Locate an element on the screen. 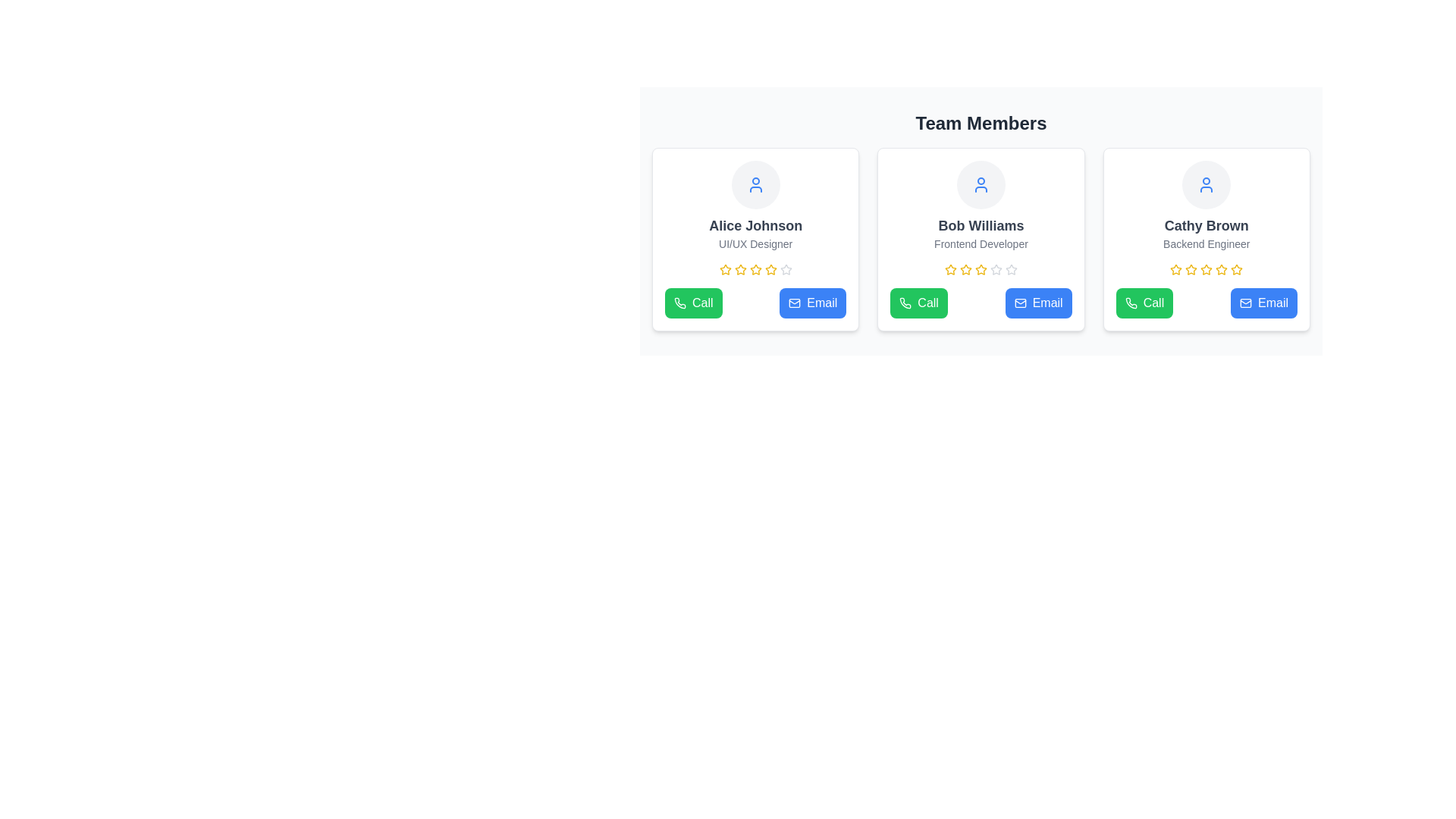 The width and height of the screenshot is (1456, 819). the 'Email' icon within the button associated with 'Bob Williams', the Frontend Developer is located at coordinates (1020, 303).